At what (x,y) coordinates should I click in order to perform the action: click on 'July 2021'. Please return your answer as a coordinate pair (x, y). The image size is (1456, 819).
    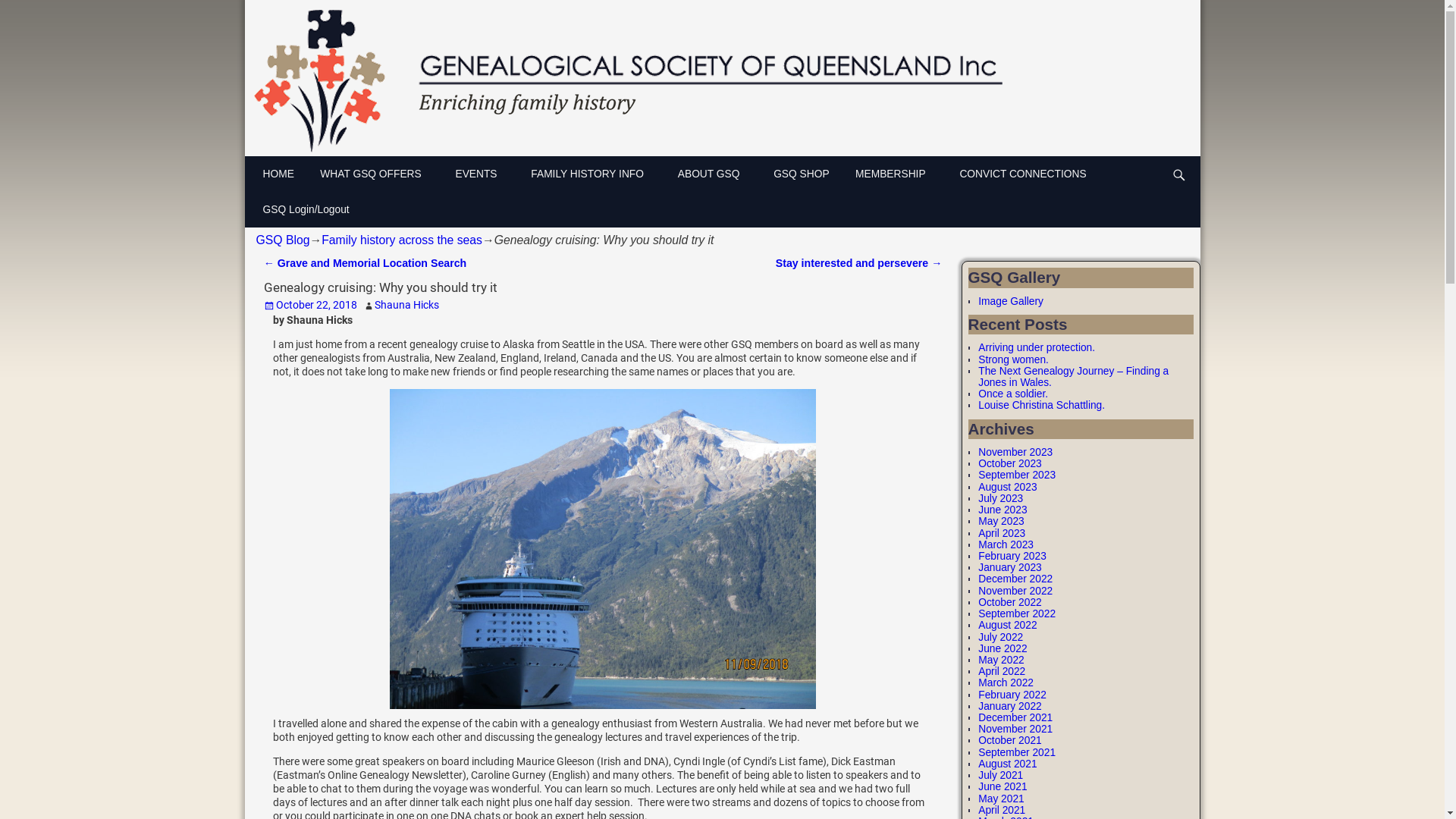
    Looking at the image, I should click on (1000, 775).